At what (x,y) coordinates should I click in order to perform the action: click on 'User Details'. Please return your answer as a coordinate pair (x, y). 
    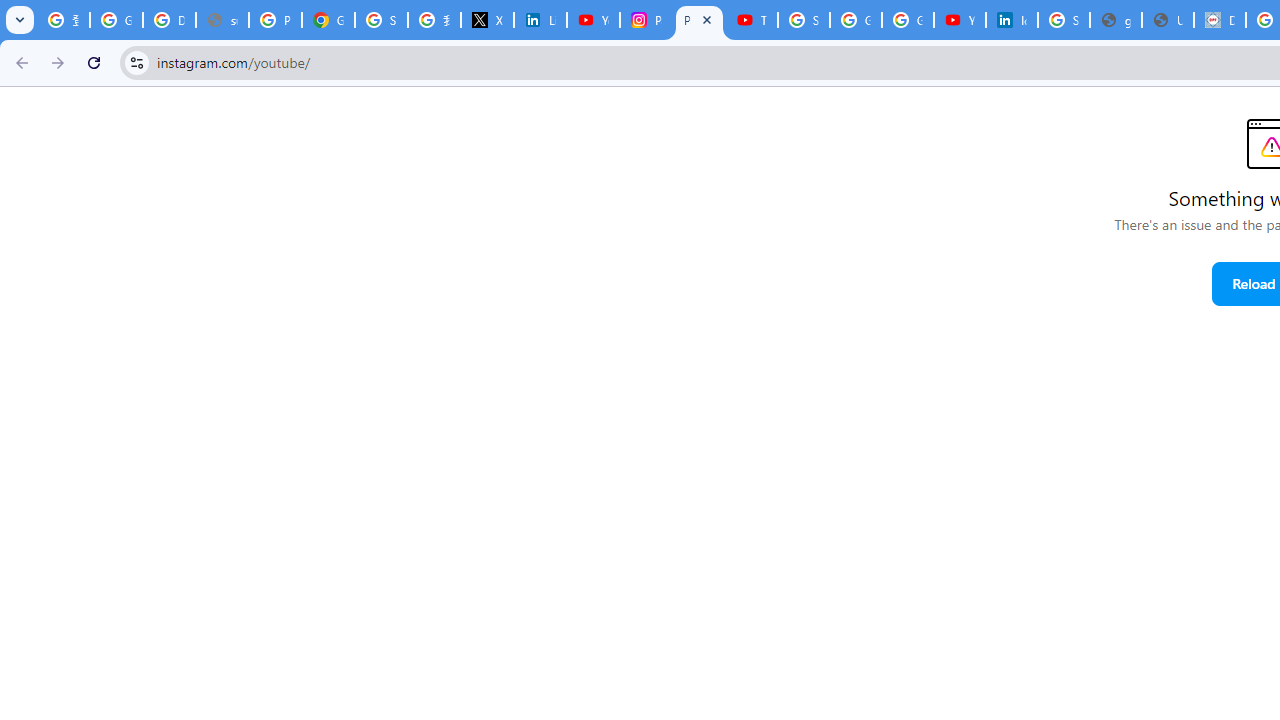
    Looking at the image, I should click on (1168, 20).